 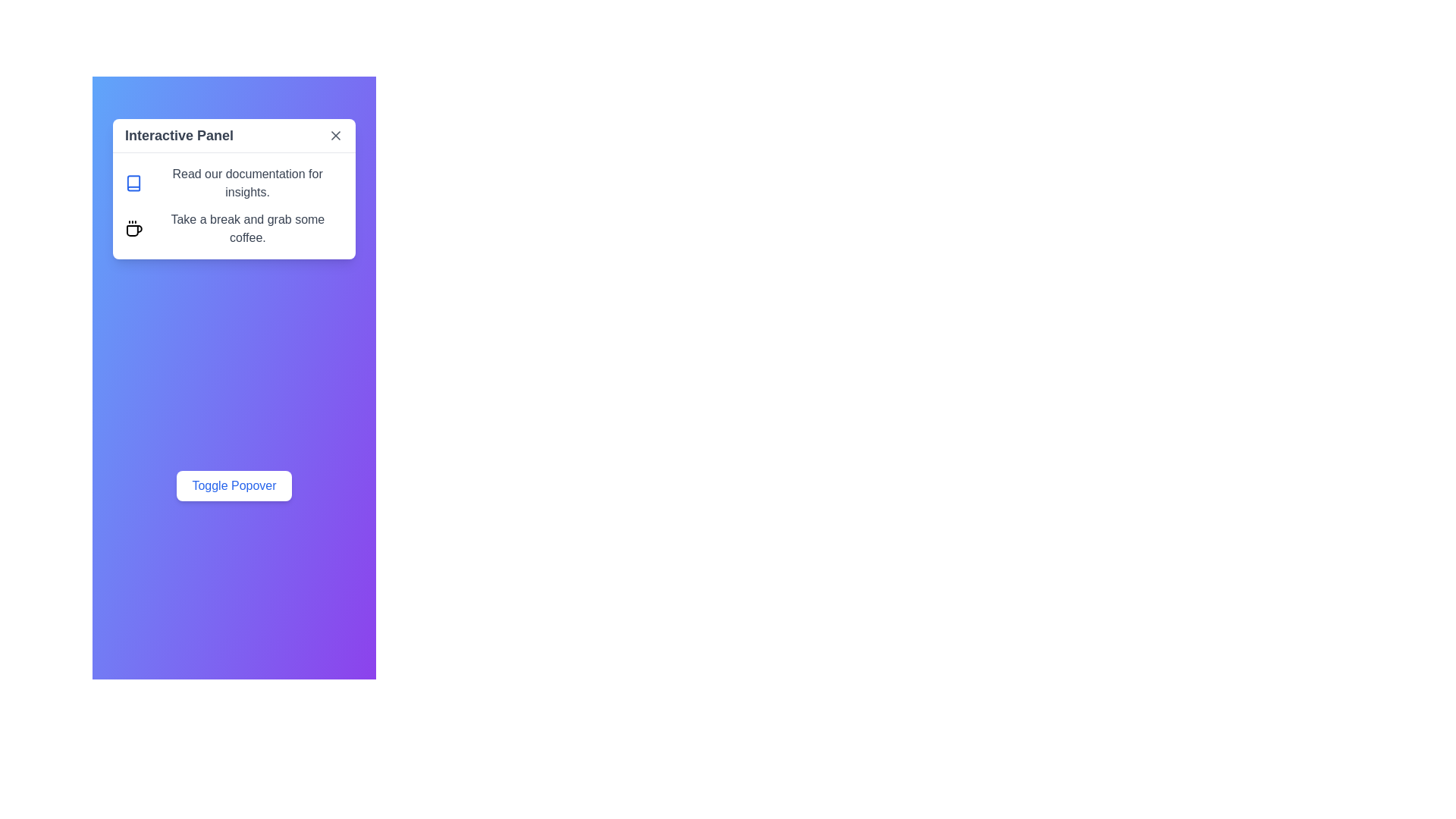 I want to click on the icon representing documentation located in the small information panel to the left of the text 'Read our documentation for insights.', so click(x=133, y=183).